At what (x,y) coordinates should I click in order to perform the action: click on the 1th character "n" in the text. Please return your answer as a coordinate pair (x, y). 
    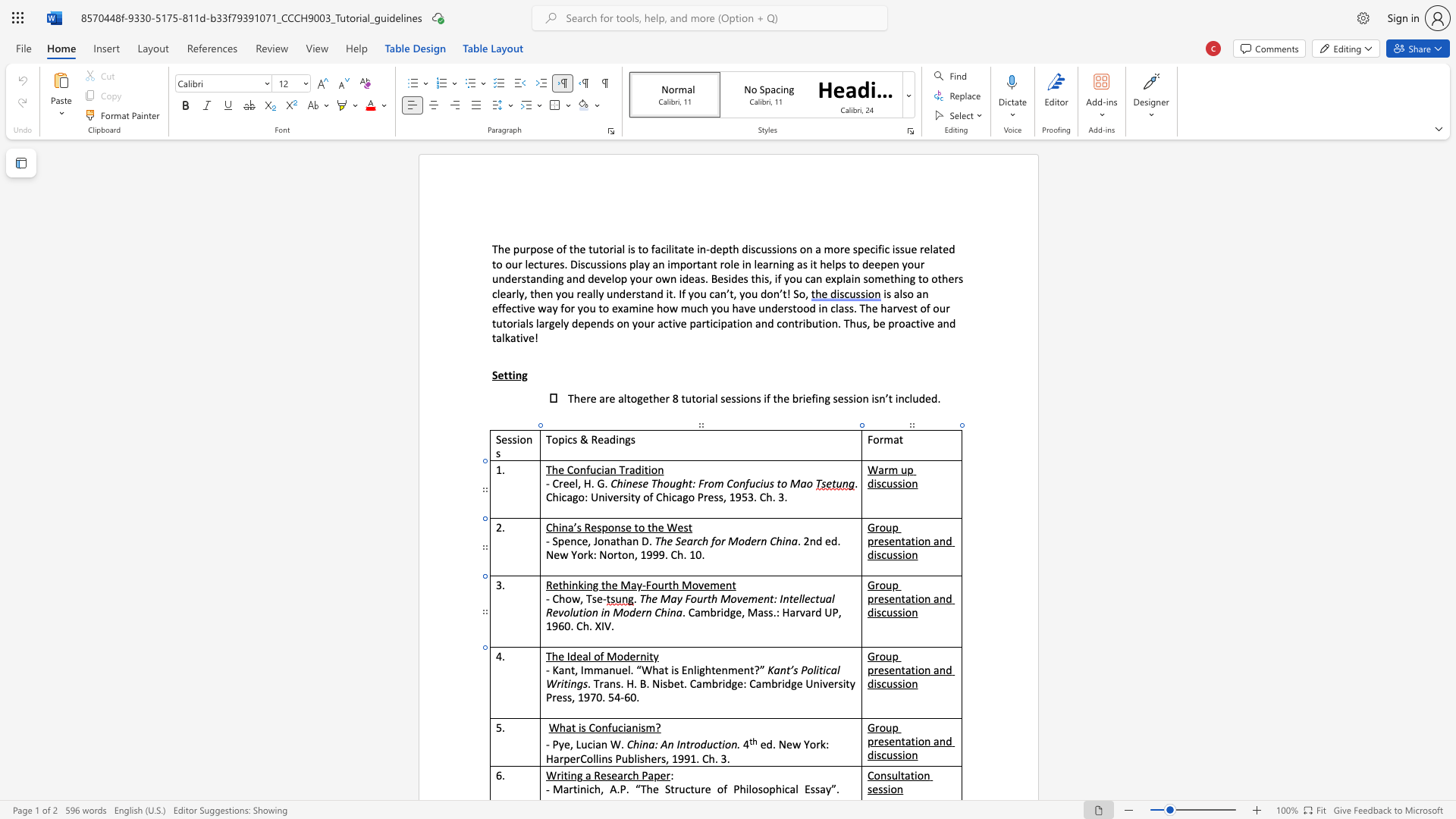
    Looking at the image, I should click on (898, 598).